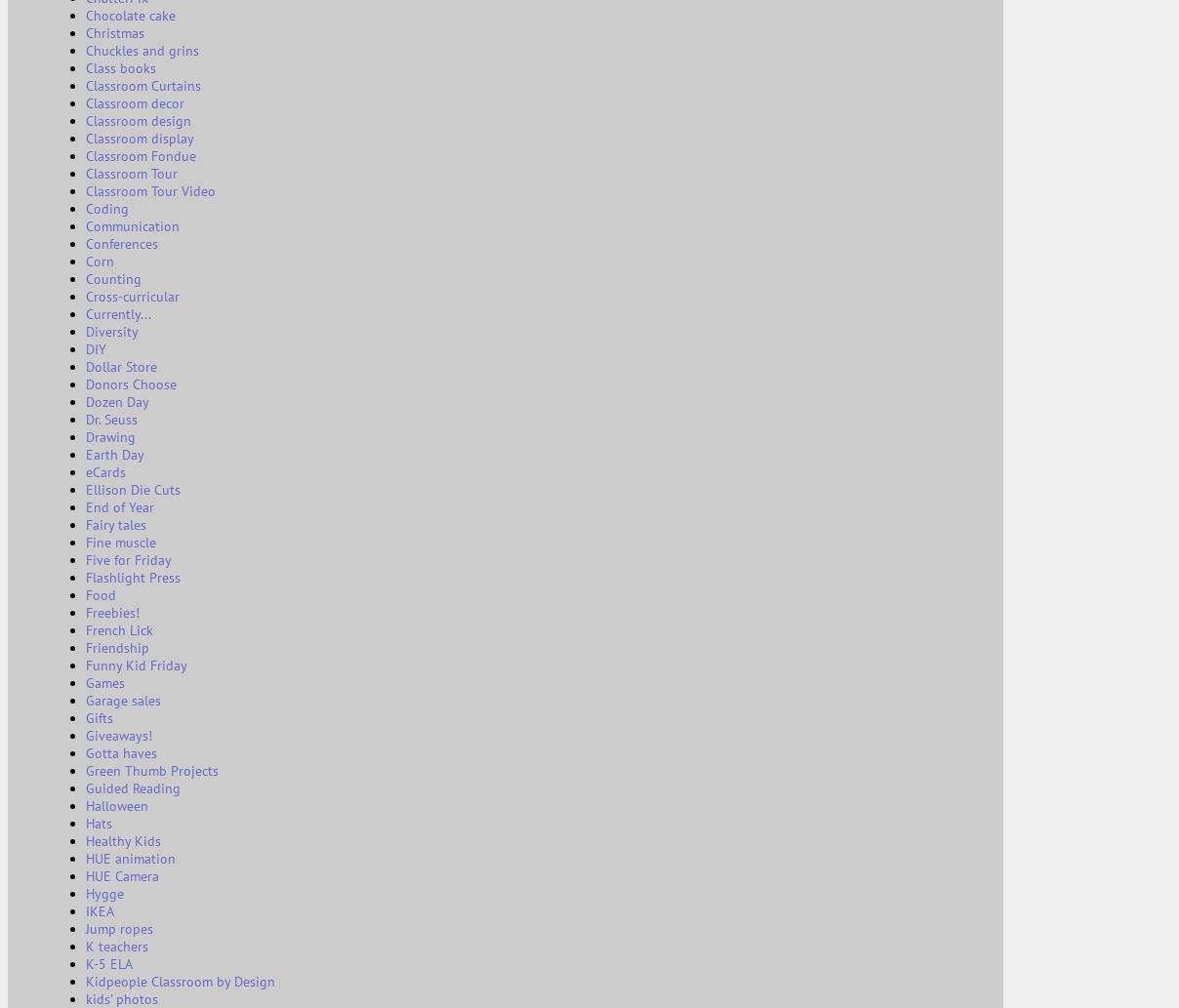  Describe the element at coordinates (115, 945) in the screenshot. I see `'K teachers'` at that location.